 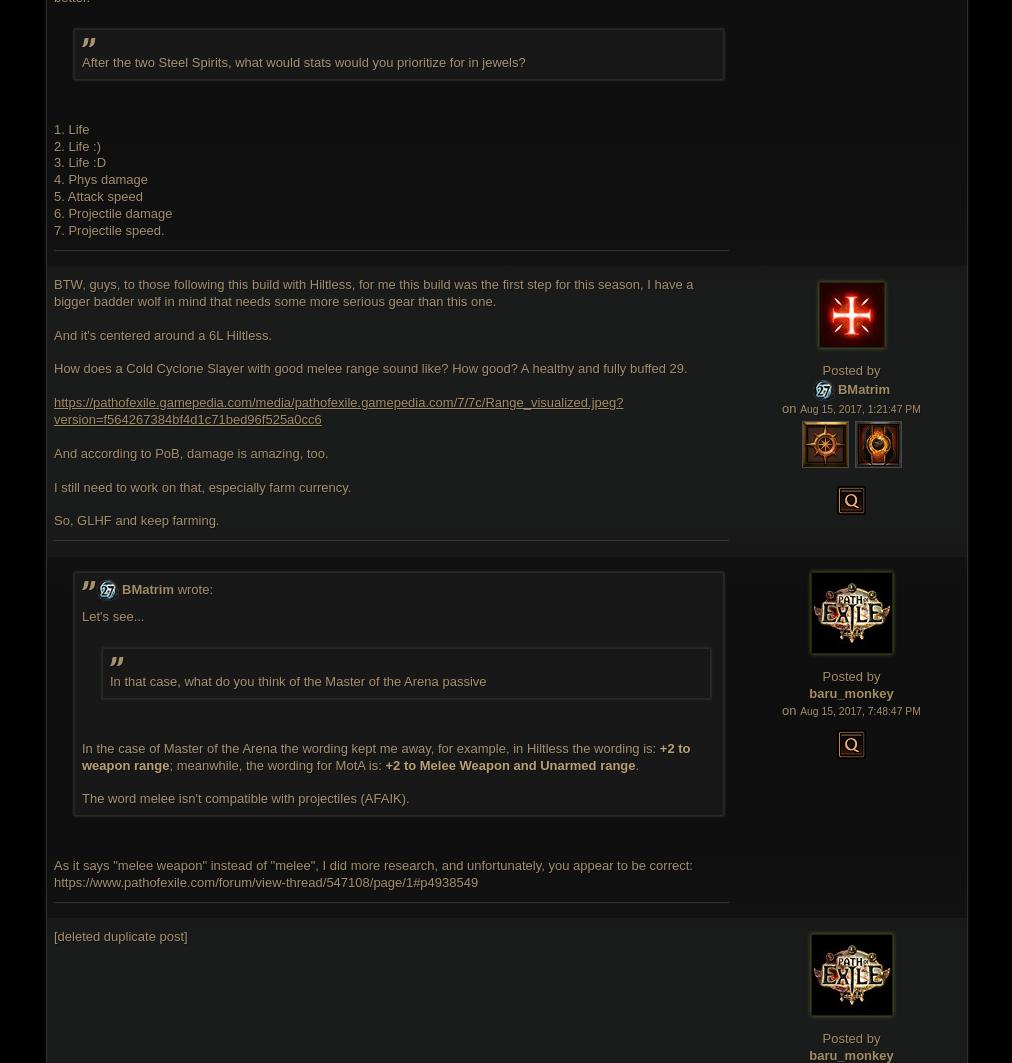 I want to click on '[deleted duplicate post]', so click(x=119, y=934).